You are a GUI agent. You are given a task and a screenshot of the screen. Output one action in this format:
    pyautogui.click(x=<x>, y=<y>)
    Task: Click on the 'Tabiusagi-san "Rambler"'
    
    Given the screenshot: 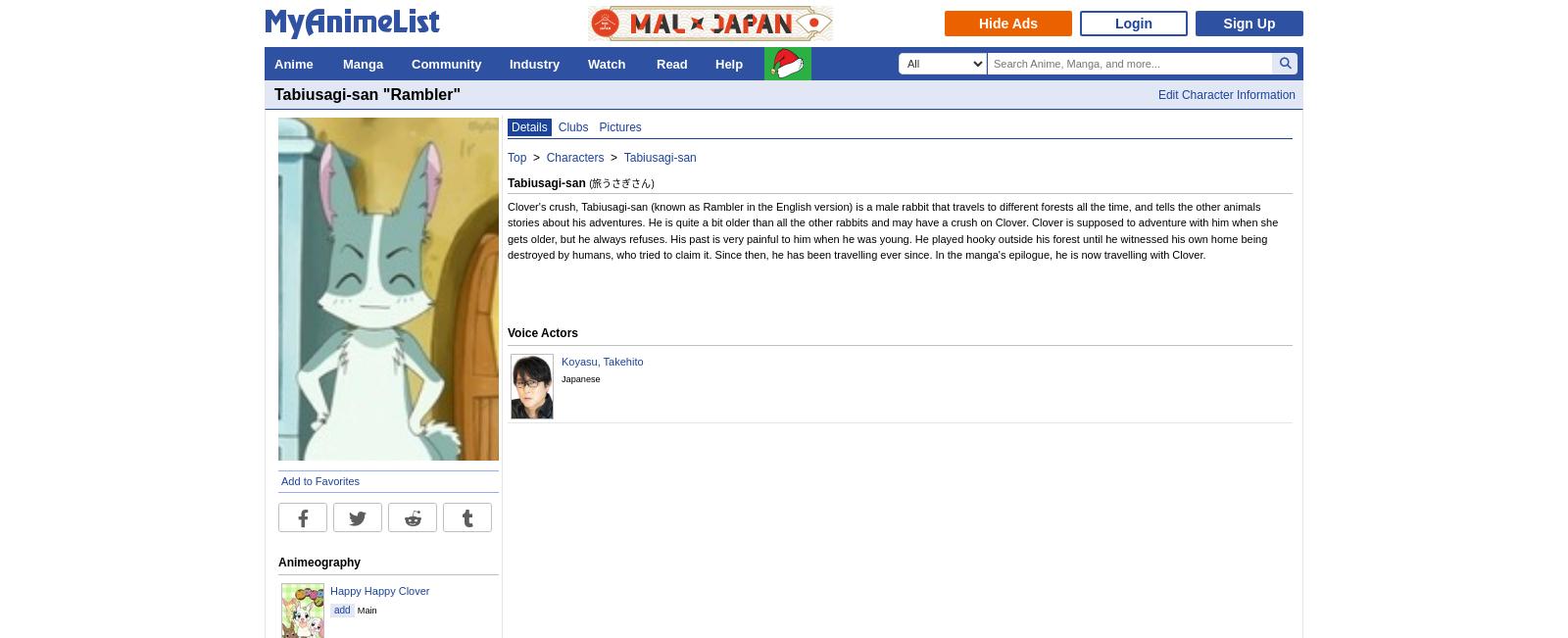 What is the action you would take?
    pyautogui.click(x=367, y=93)
    